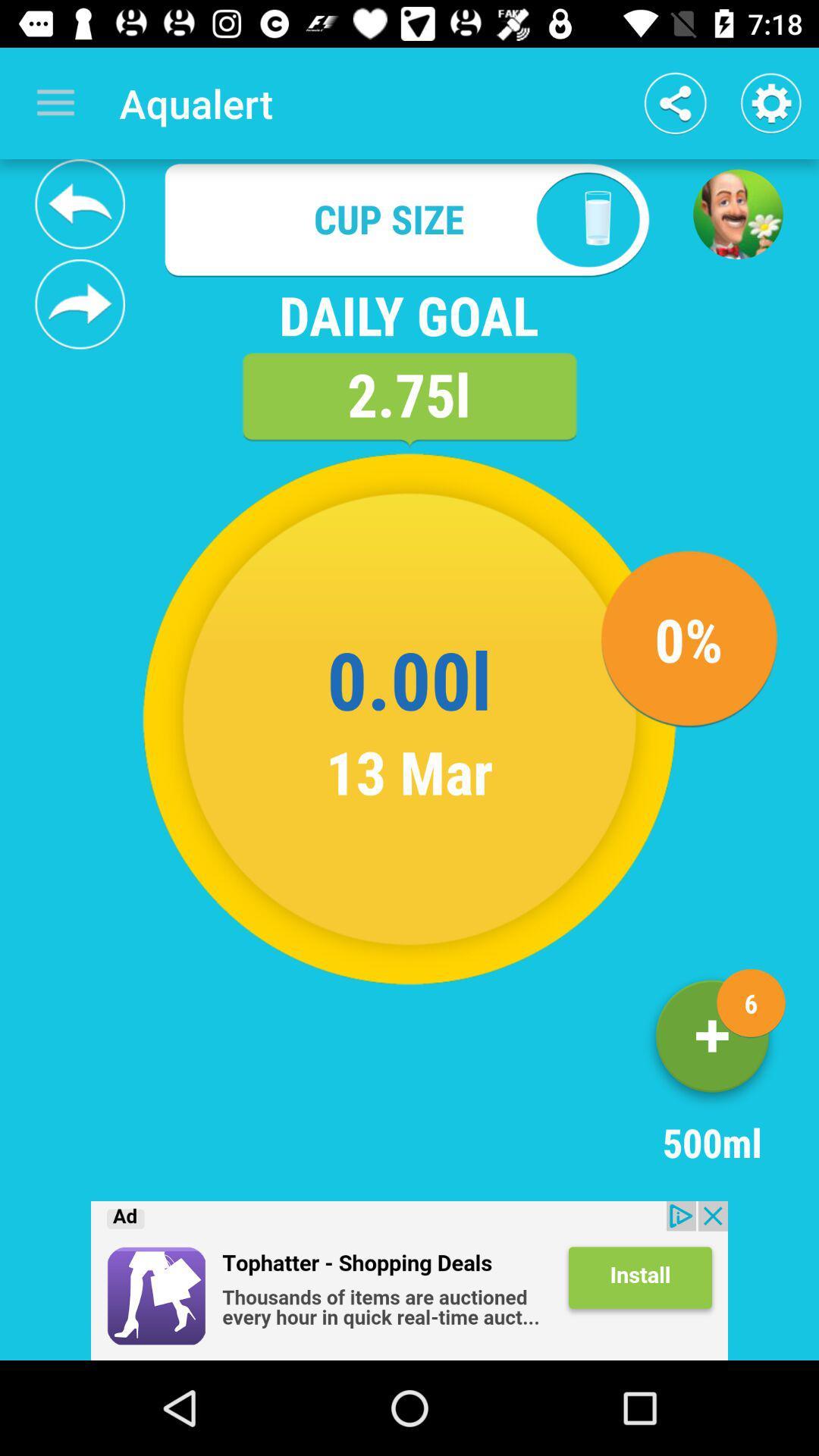  I want to click on click an advertisement, so click(409, 1280).